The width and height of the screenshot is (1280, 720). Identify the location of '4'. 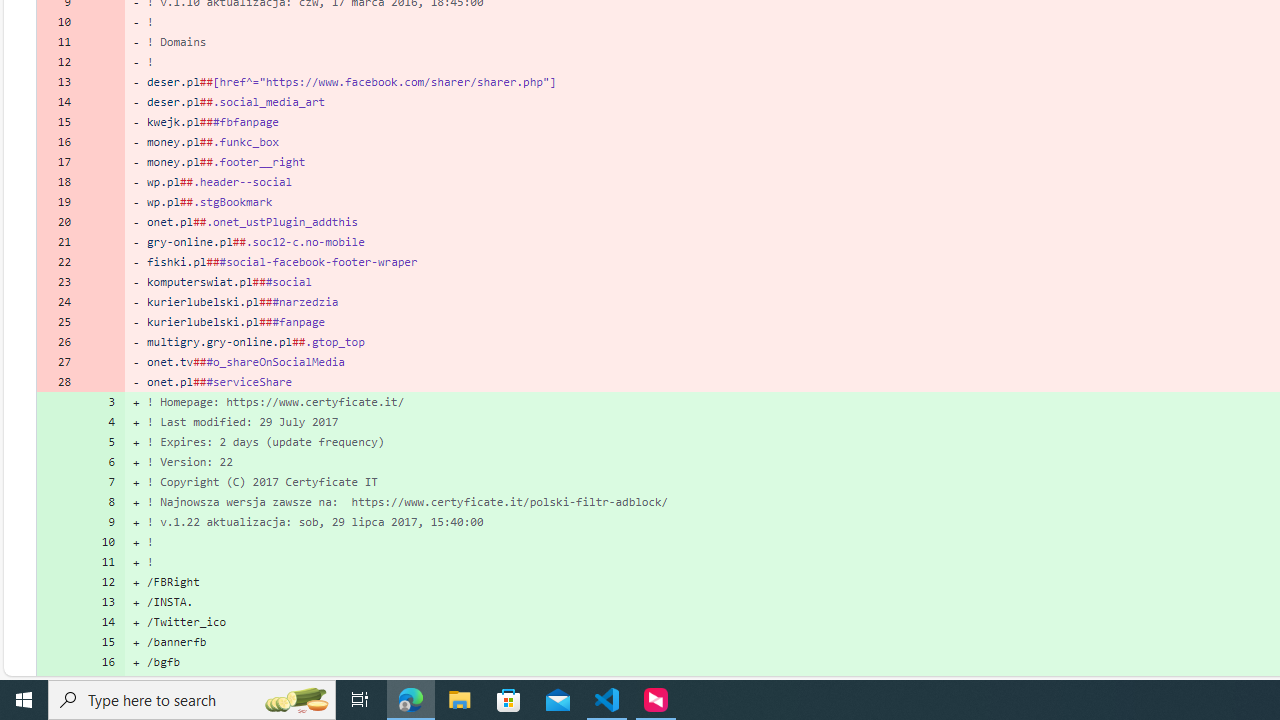
(102, 420).